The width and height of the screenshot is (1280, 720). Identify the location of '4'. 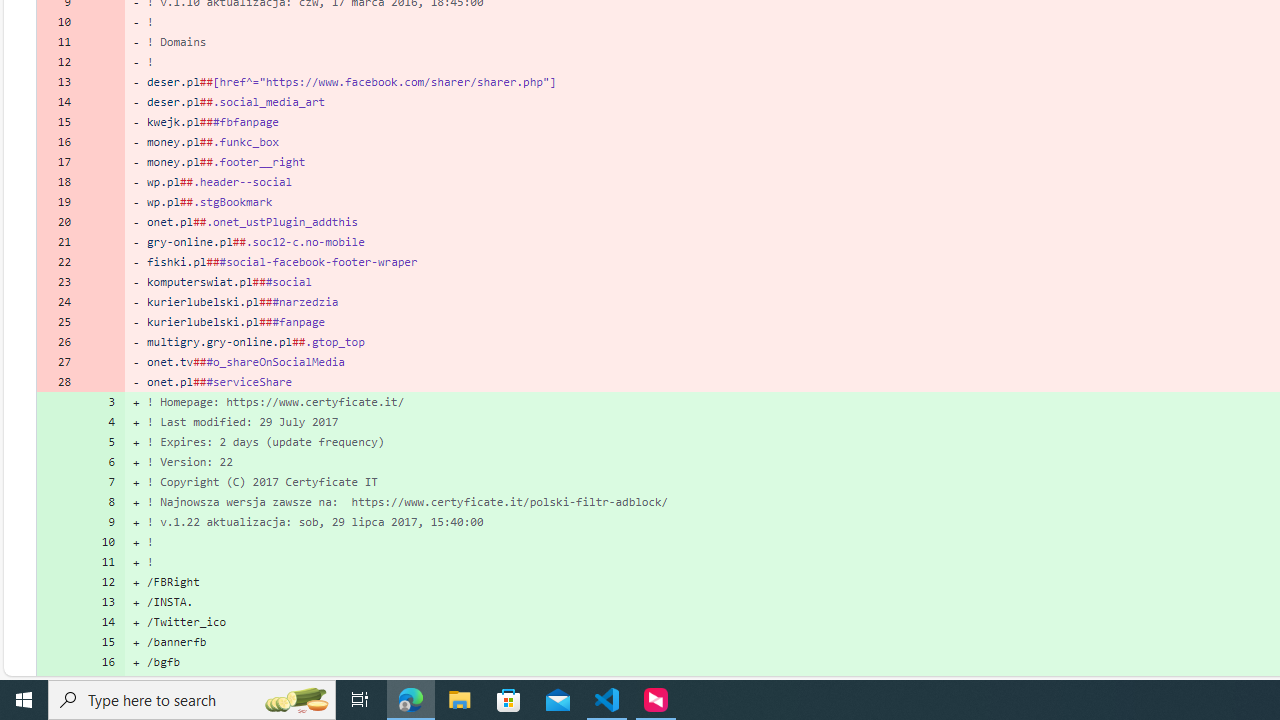
(102, 420).